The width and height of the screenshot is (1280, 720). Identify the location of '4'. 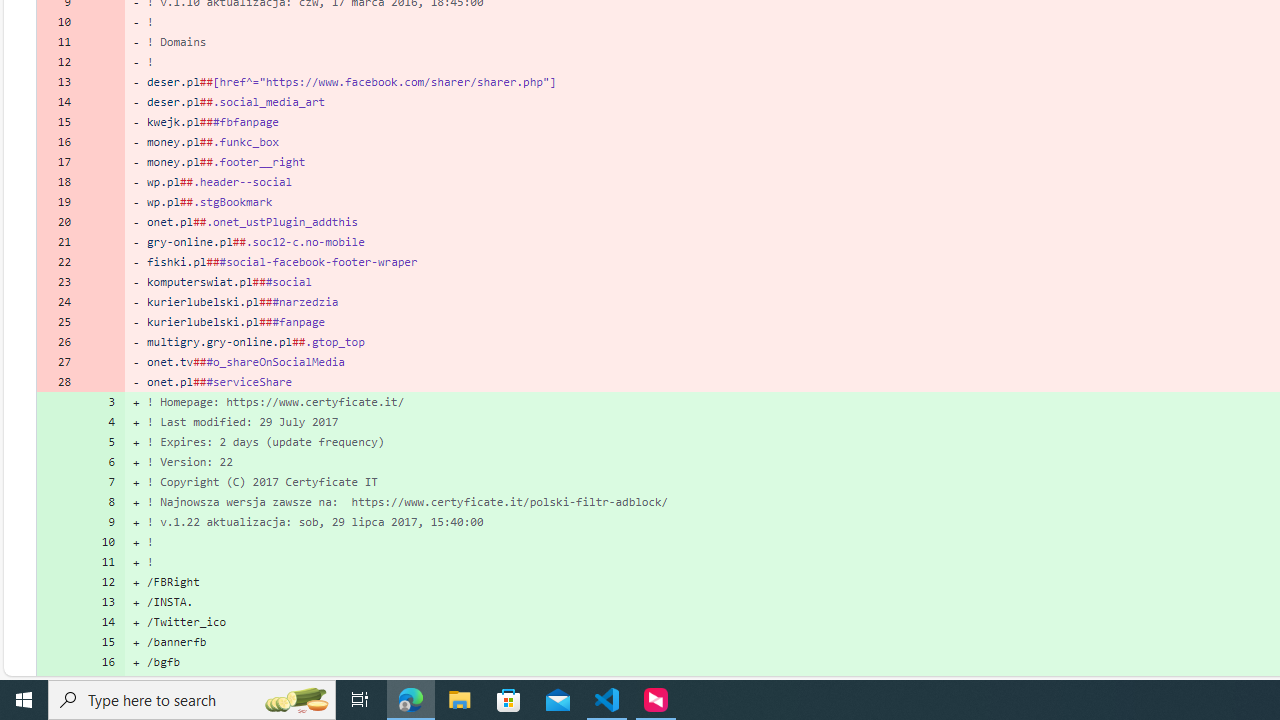
(102, 420).